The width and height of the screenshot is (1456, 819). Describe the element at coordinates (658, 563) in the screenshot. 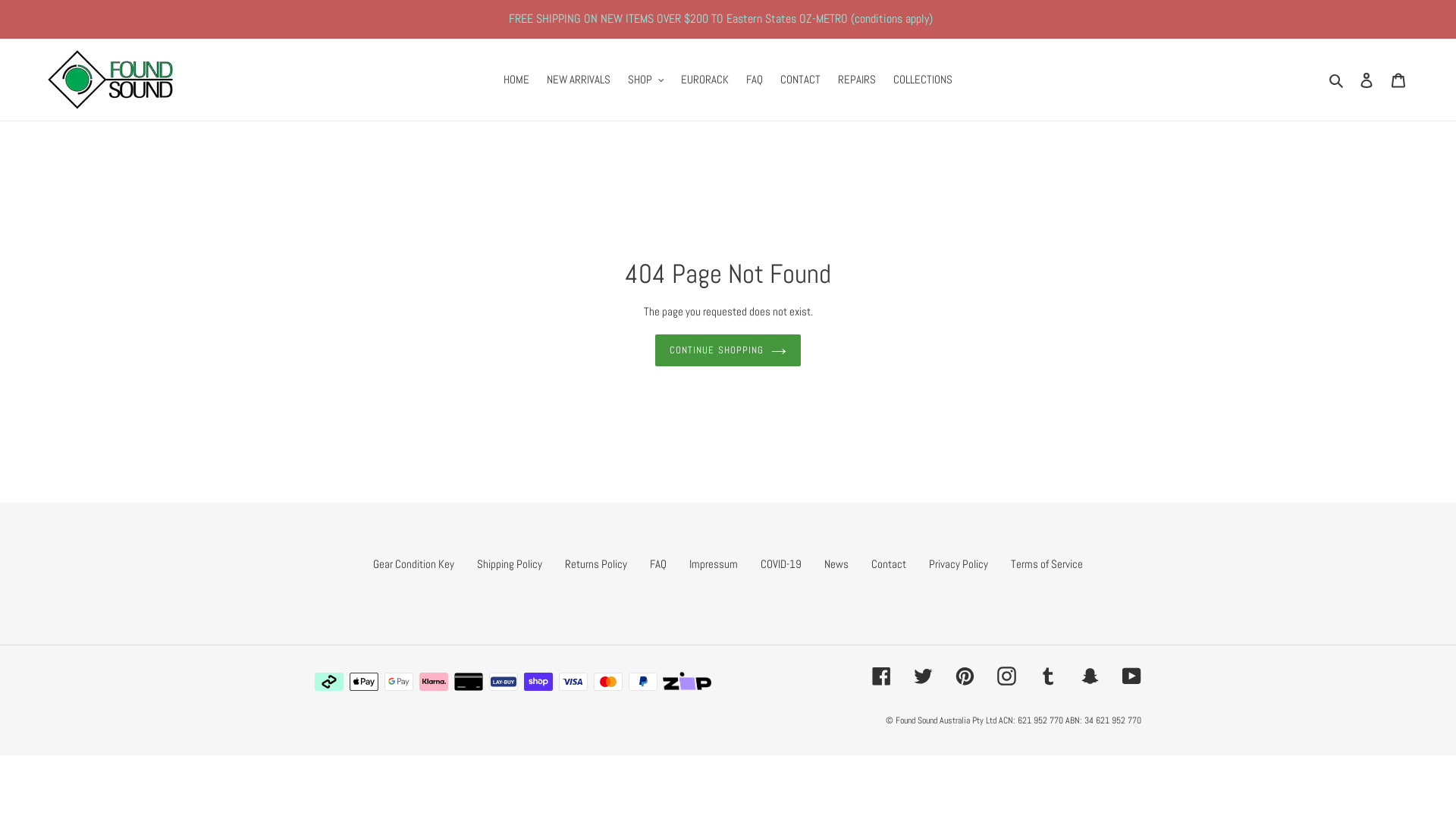

I see `'FAQ'` at that location.